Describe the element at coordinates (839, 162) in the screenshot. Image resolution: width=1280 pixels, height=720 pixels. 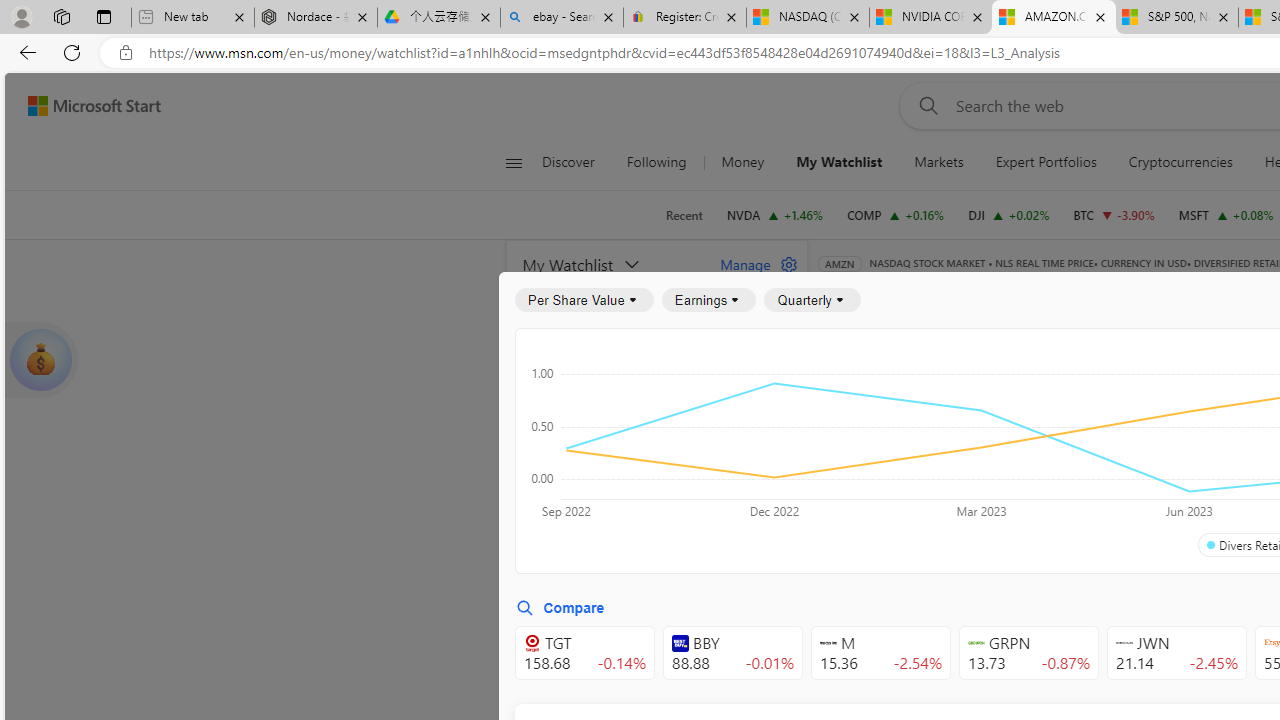
I see `'My Watchlist'` at that location.